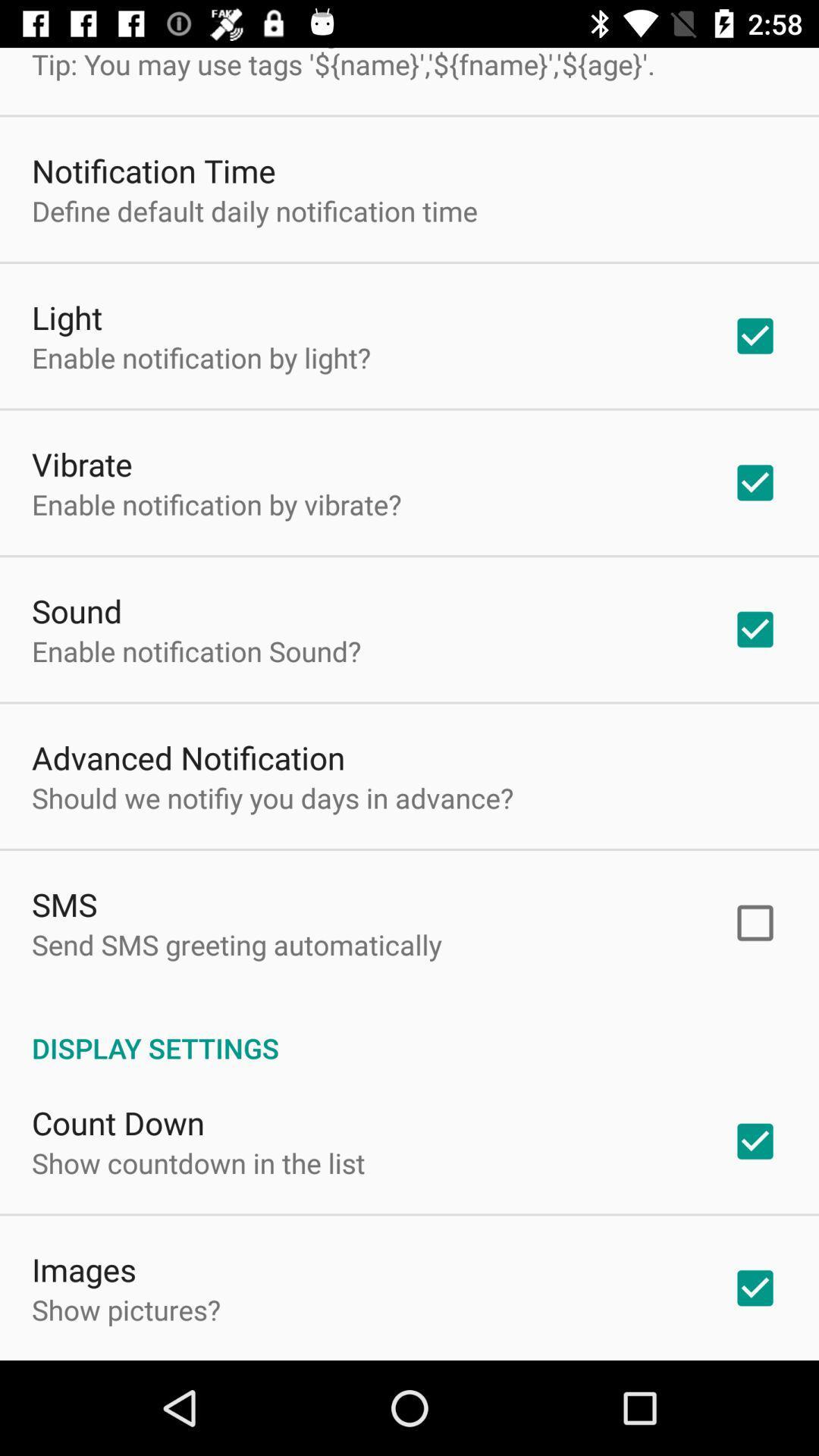  I want to click on the define default daily app, so click(253, 210).